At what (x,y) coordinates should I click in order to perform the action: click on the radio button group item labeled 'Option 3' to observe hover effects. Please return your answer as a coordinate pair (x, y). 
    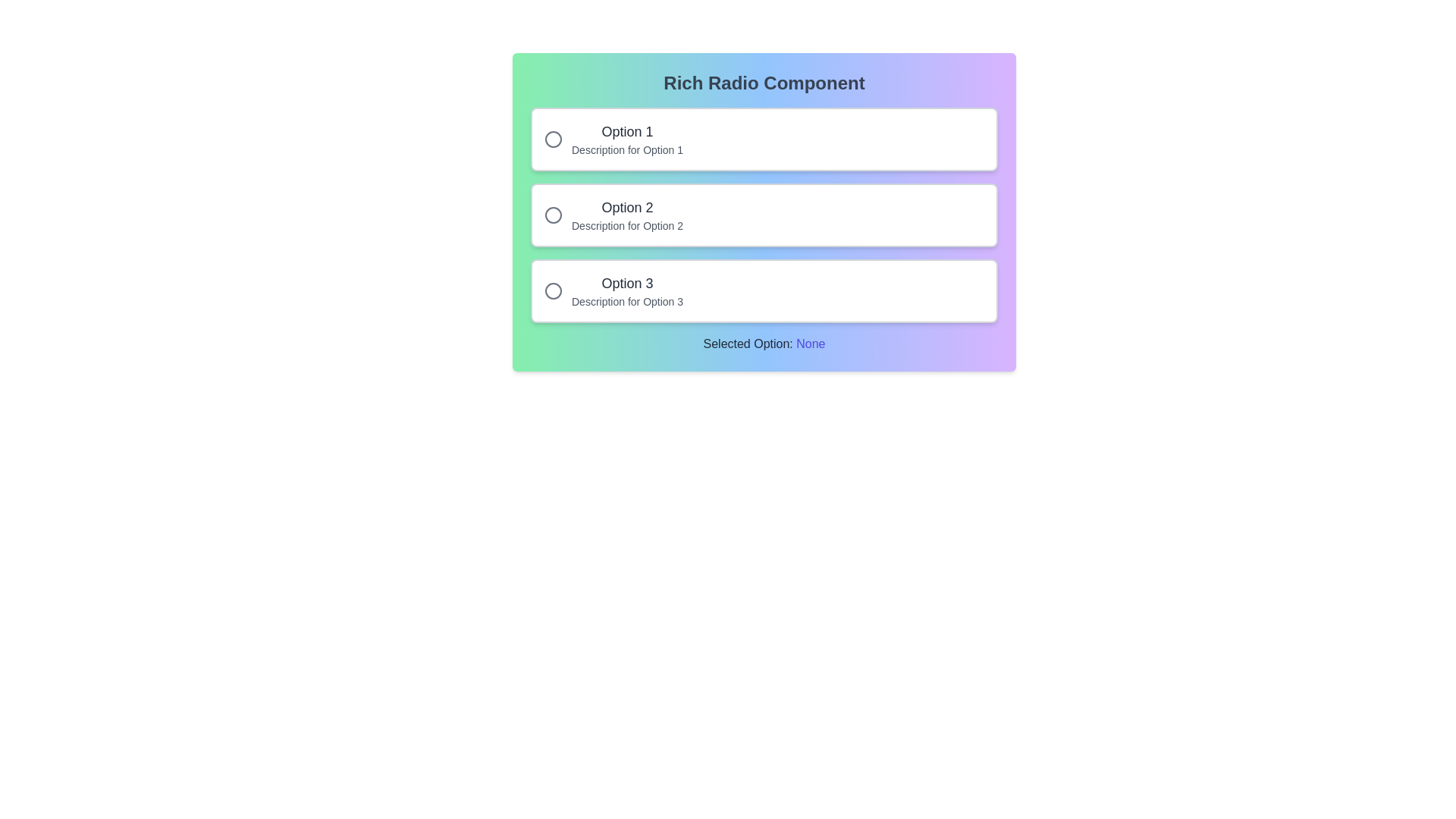
    Looking at the image, I should click on (764, 291).